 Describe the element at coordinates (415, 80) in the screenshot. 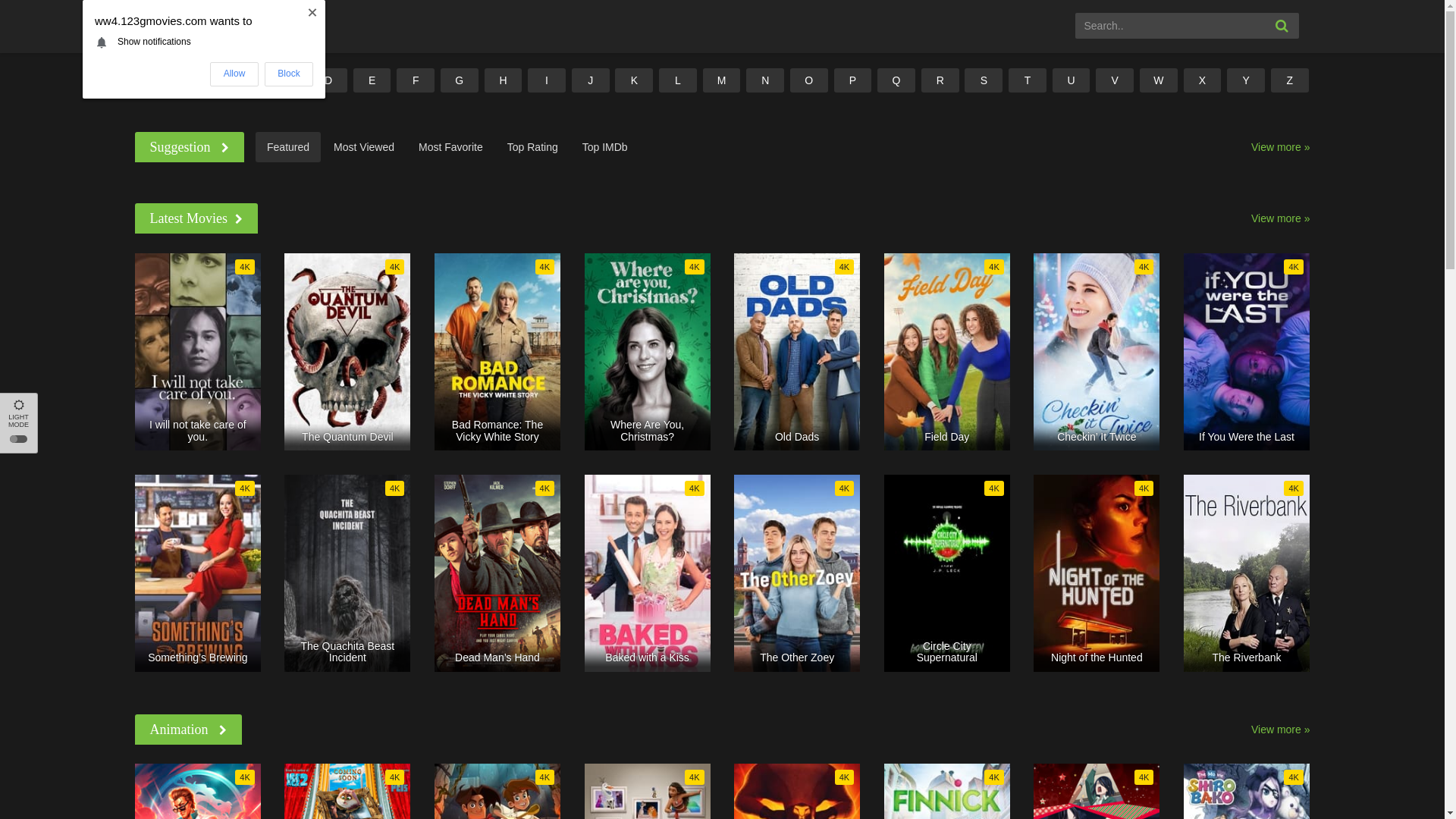

I see `'F'` at that location.